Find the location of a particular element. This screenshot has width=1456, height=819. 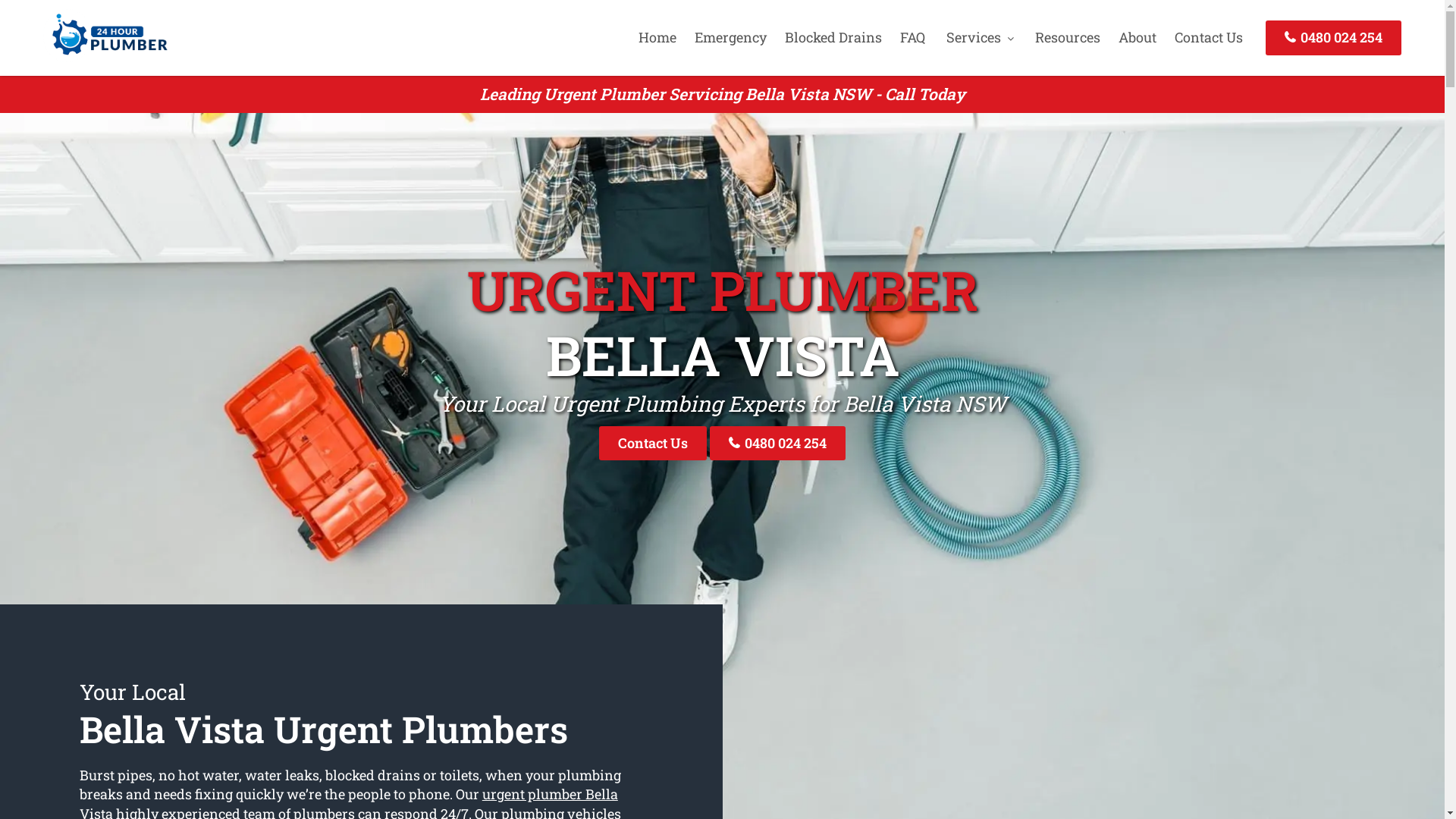

'Home' is located at coordinates (657, 36).